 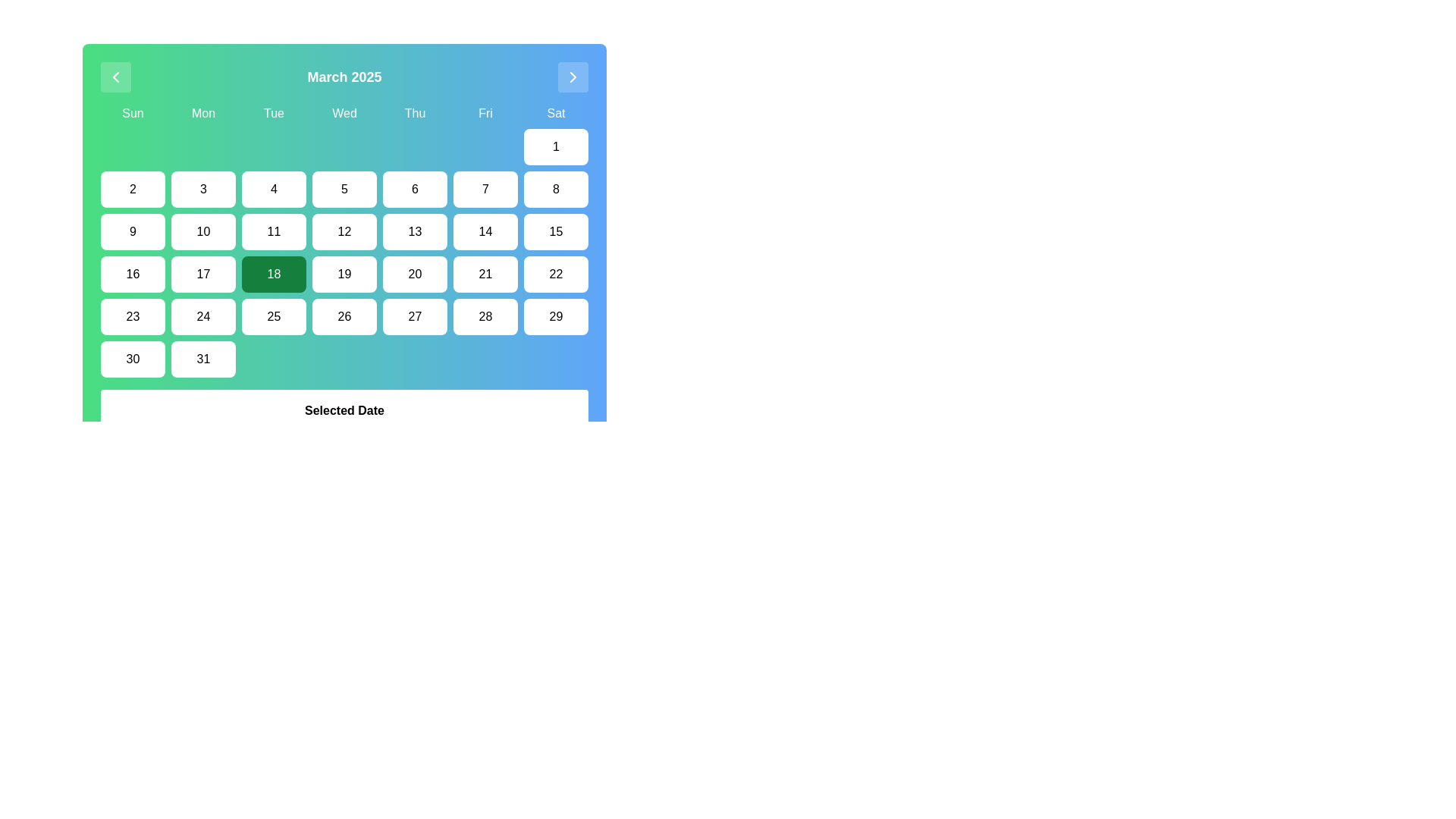 I want to click on the static text label displaying 'Thu', which is the fifth day title in a row above the calendar grid, so click(x=415, y=113).